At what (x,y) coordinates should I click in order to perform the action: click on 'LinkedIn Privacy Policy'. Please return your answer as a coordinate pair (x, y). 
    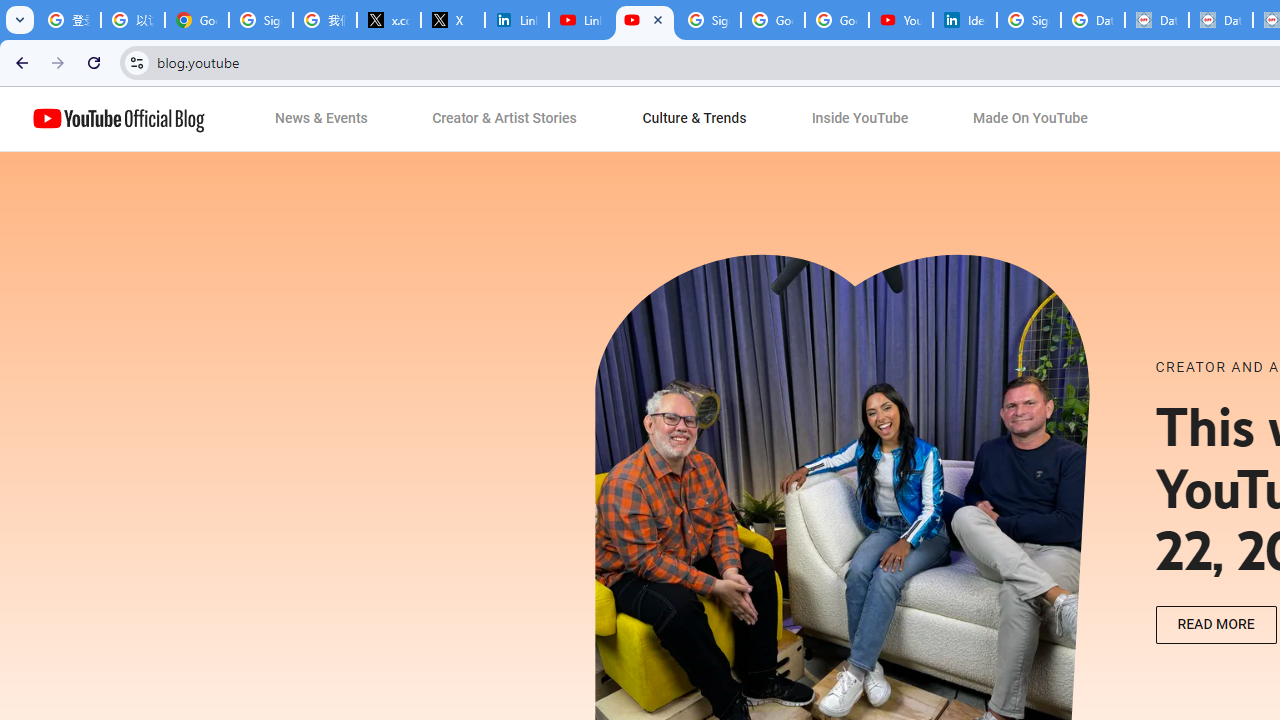
    Looking at the image, I should click on (517, 20).